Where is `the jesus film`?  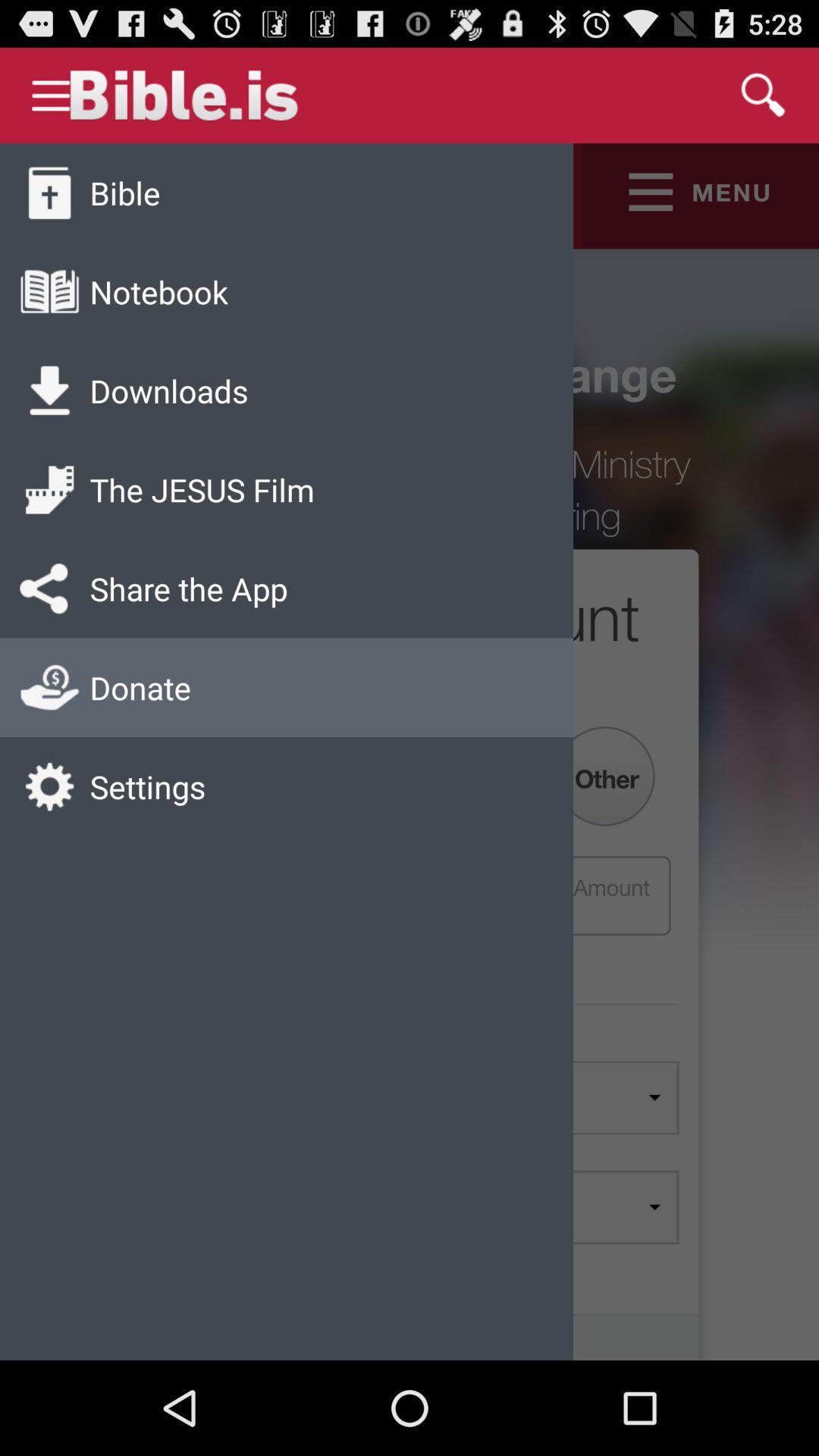 the jesus film is located at coordinates (201, 489).